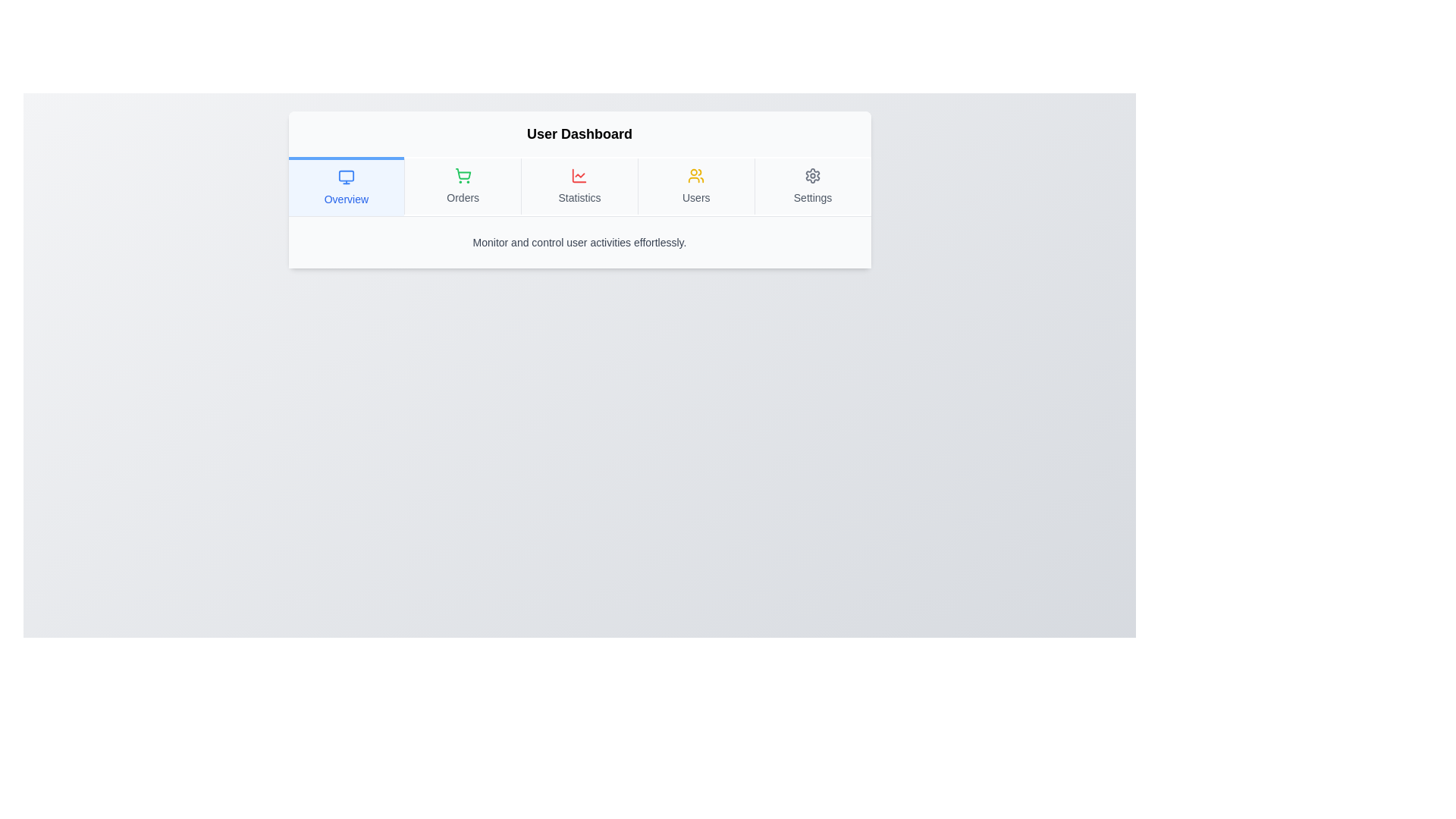  What do you see at coordinates (579, 133) in the screenshot?
I see `the Text label that serves as the primary title or context for the content beneath it, located above the navigation bar` at bounding box center [579, 133].